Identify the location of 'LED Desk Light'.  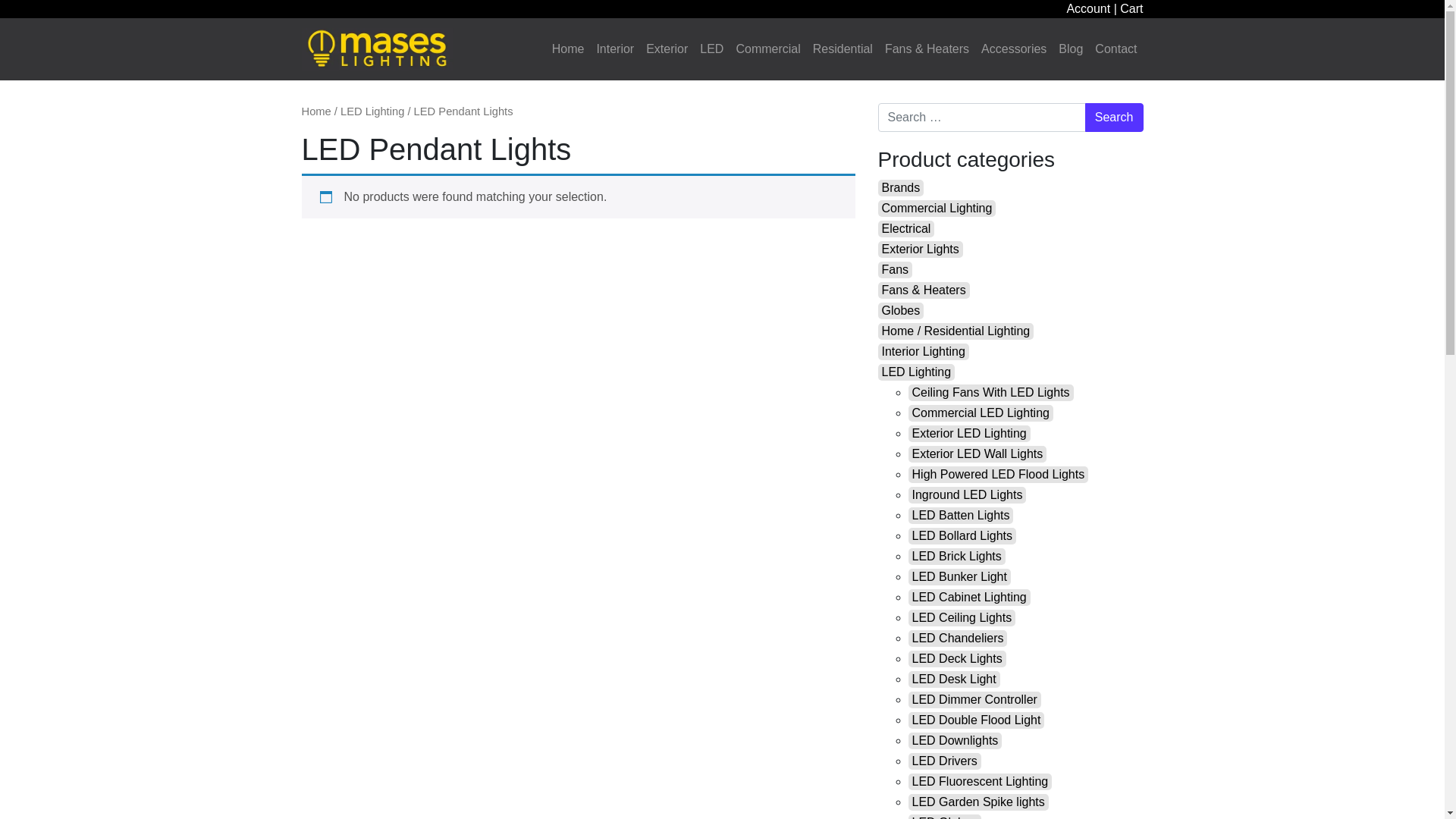
(953, 678).